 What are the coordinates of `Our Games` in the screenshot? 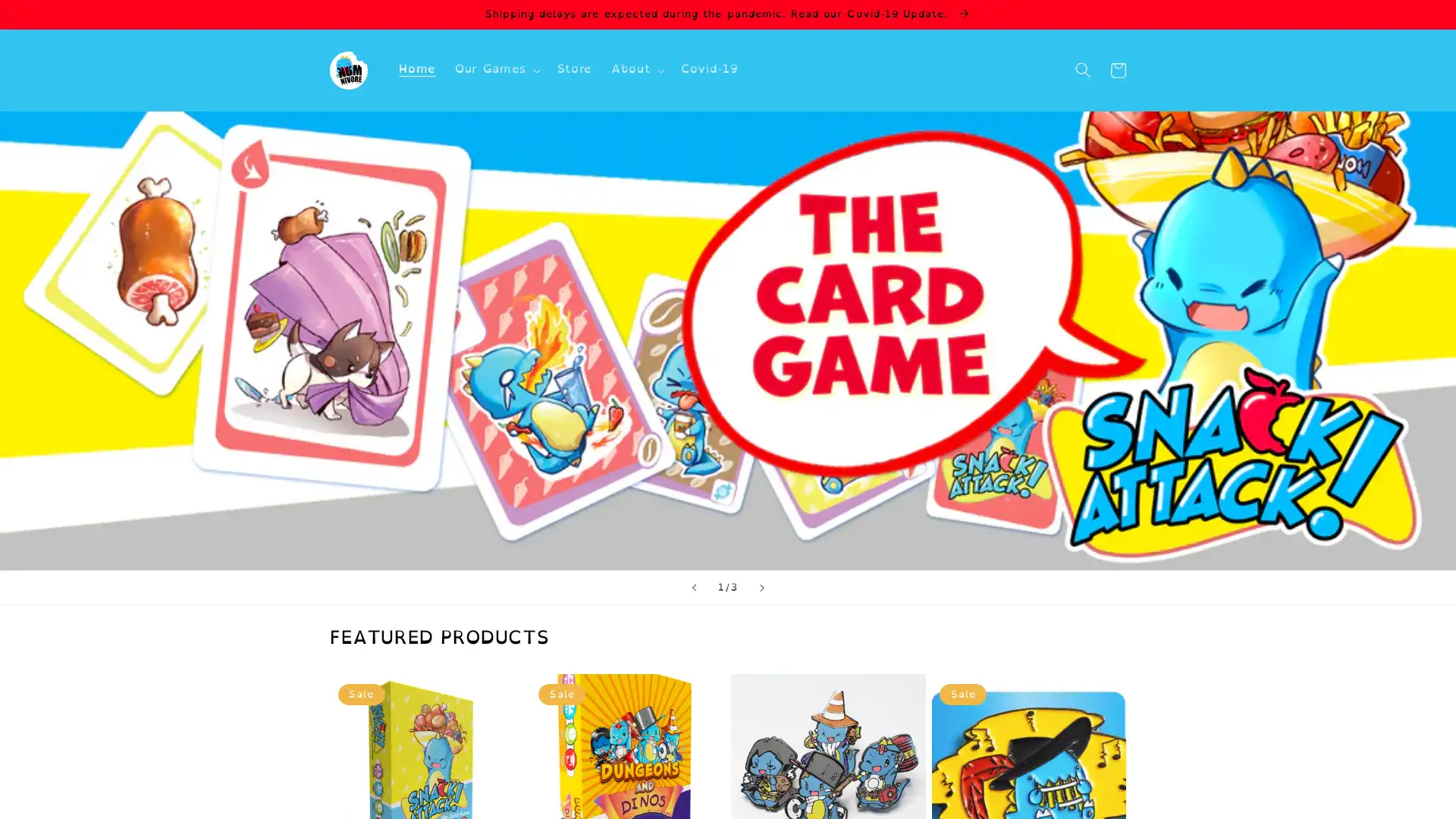 It's located at (496, 70).